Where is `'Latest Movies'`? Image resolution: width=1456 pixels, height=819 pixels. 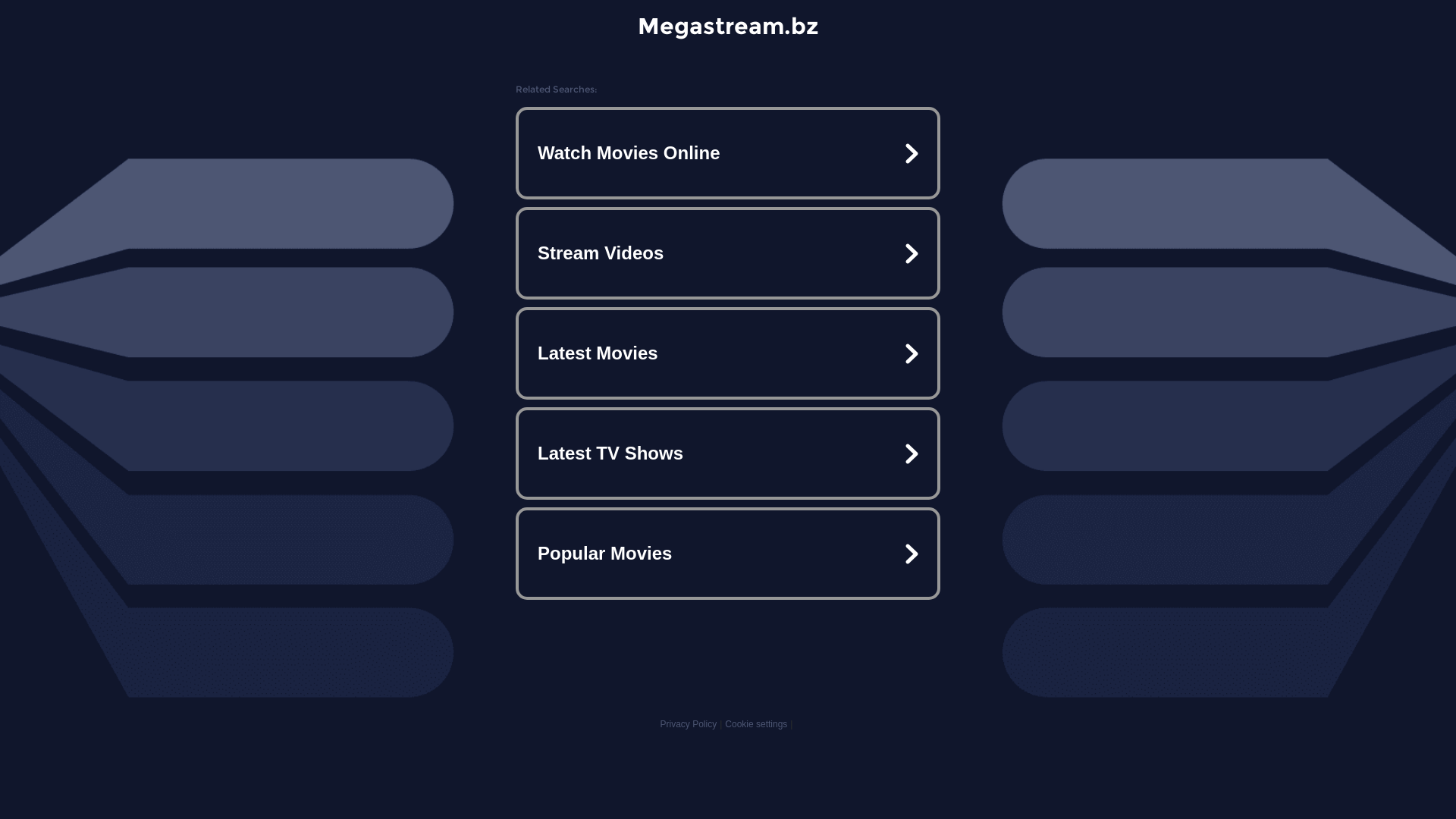
'Latest Movies' is located at coordinates (728, 353).